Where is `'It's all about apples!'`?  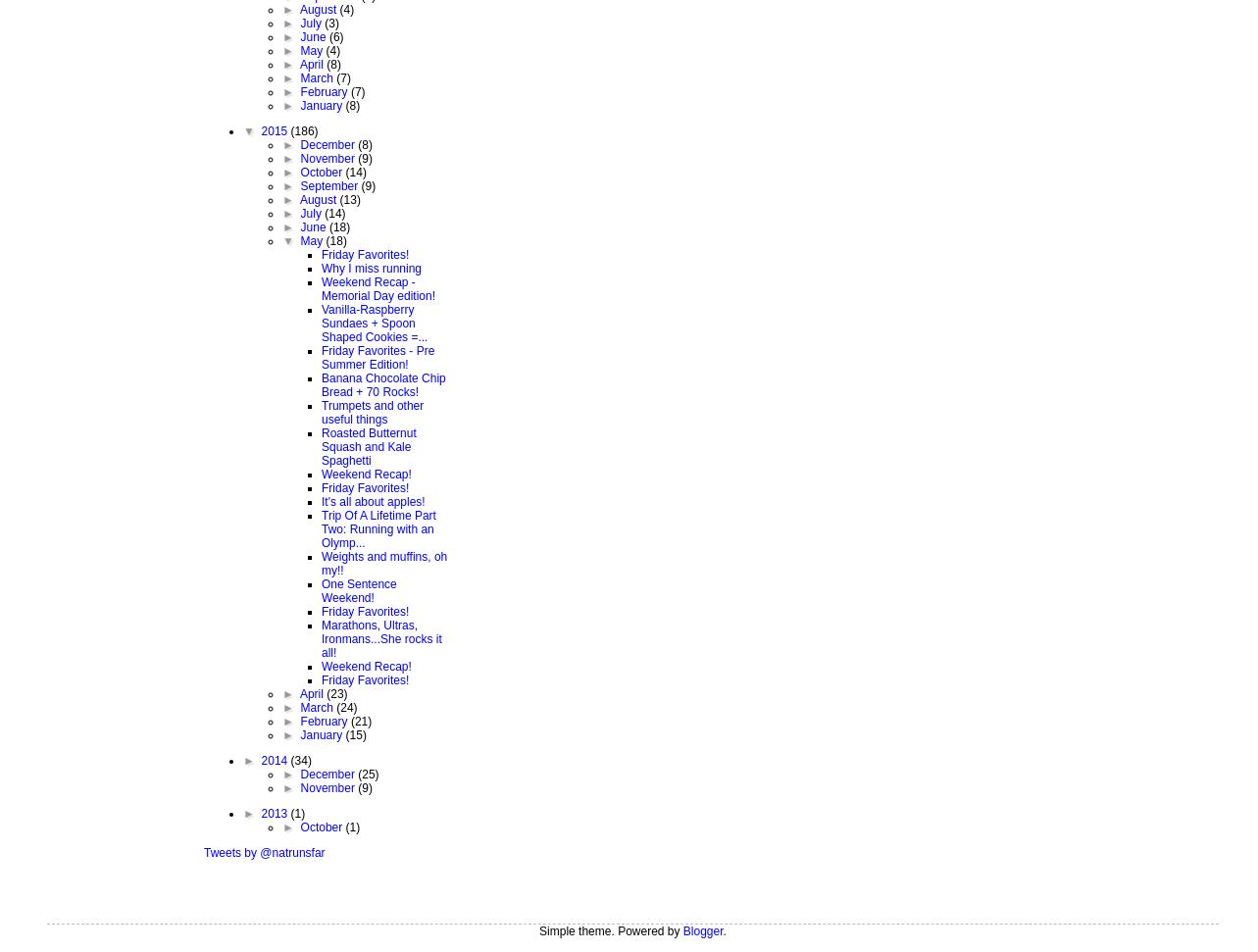 'It's all about apples!' is located at coordinates (373, 500).